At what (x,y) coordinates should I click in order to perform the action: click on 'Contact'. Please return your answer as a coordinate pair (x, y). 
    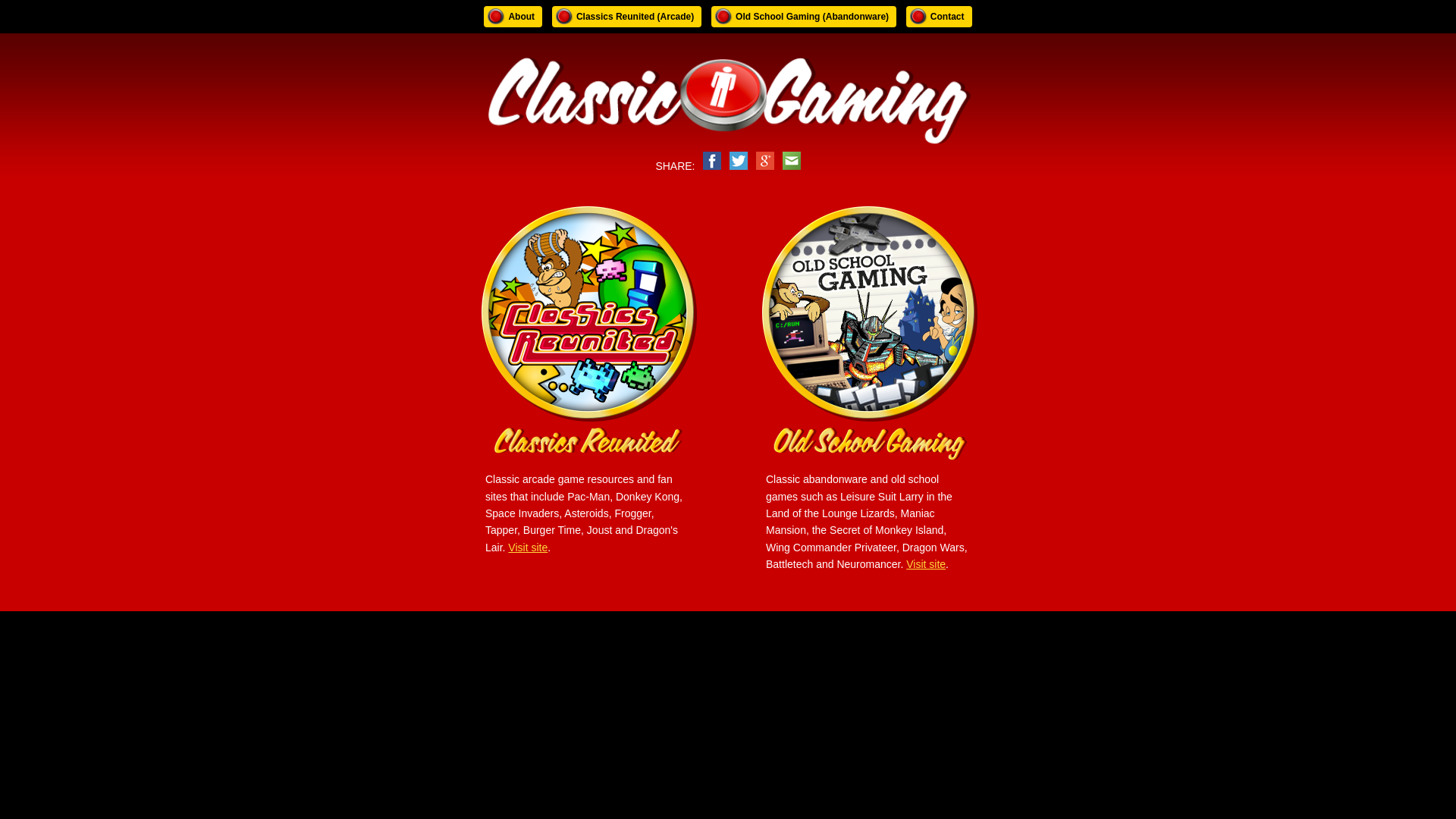
    Looking at the image, I should click on (938, 17).